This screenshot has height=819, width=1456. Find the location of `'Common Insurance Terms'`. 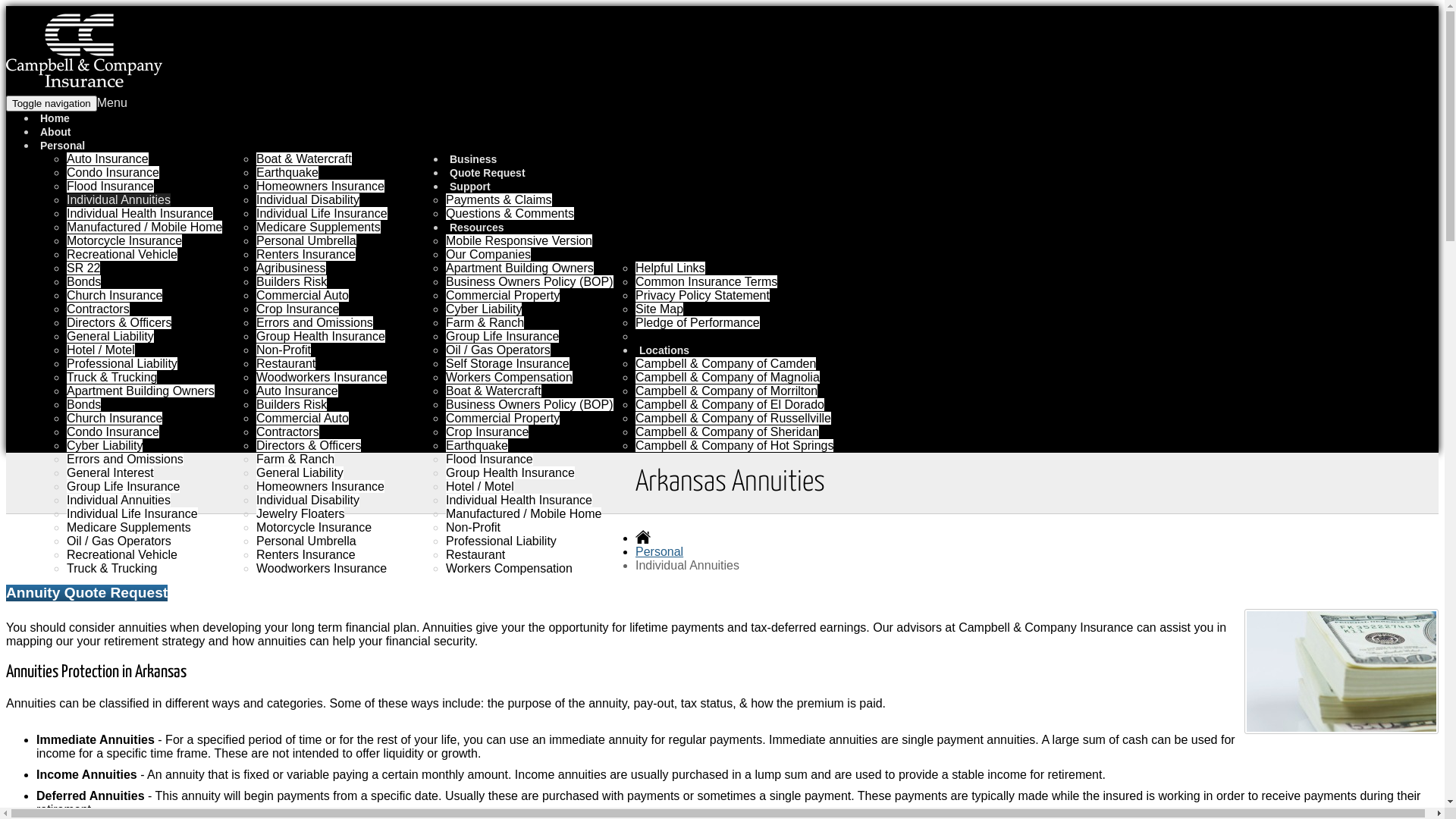

'Common Insurance Terms' is located at coordinates (705, 281).